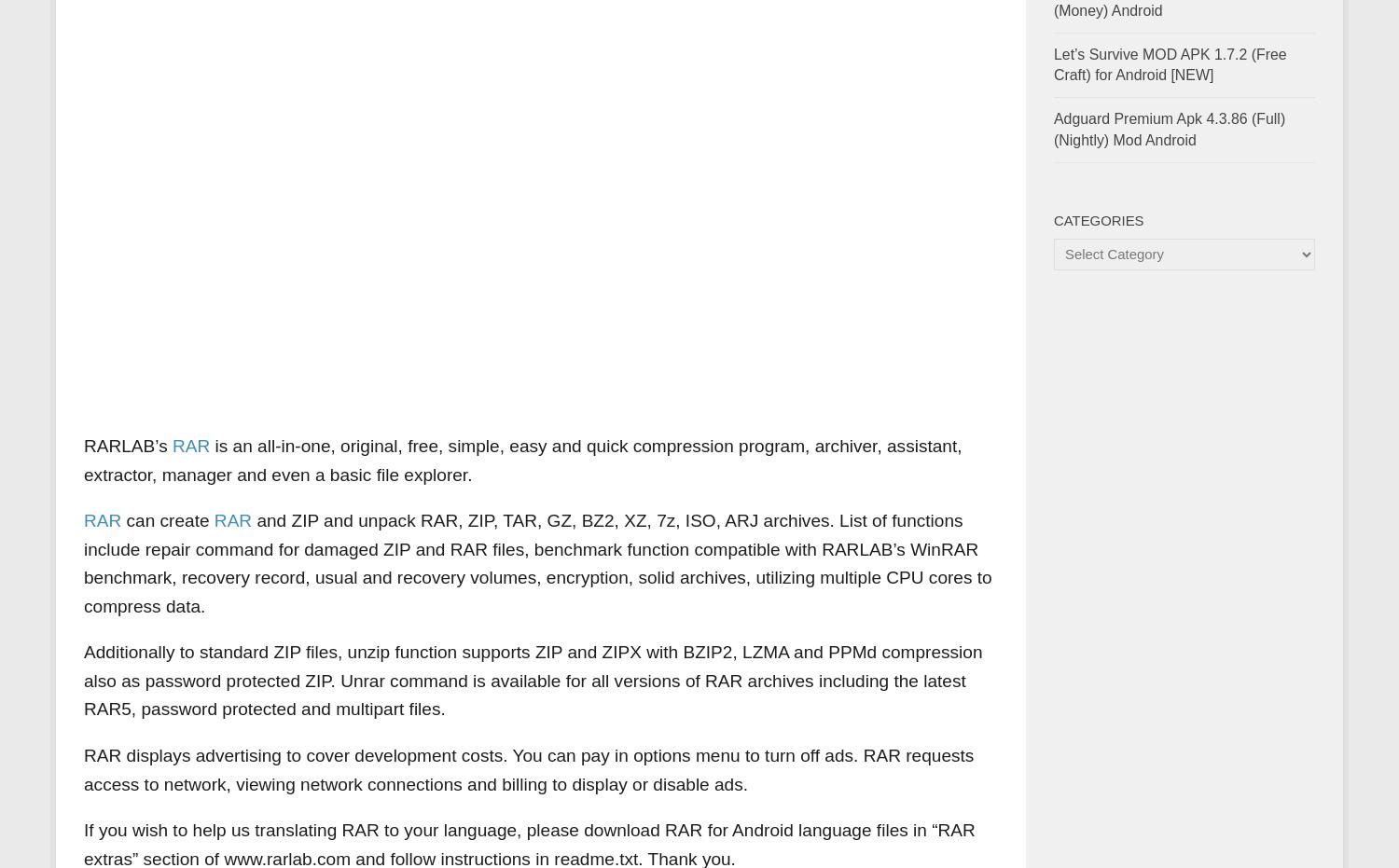 The height and width of the screenshot is (868, 1399). What do you see at coordinates (167, 519) in the screenshot?
I see `'can create'` at bounding box center [167, 519].